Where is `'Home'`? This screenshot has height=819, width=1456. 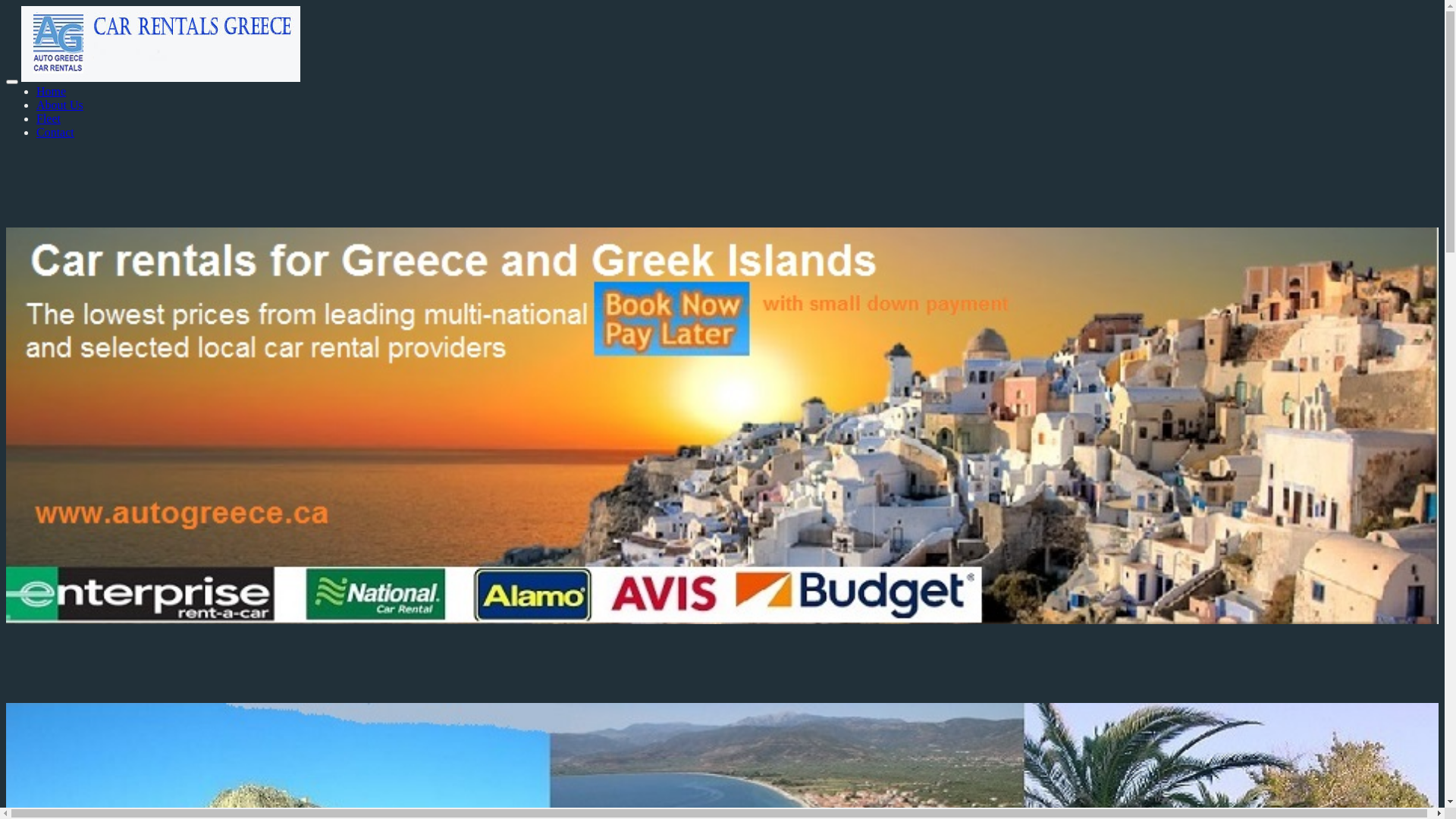 'Home' is located at coordinates (36, 91).